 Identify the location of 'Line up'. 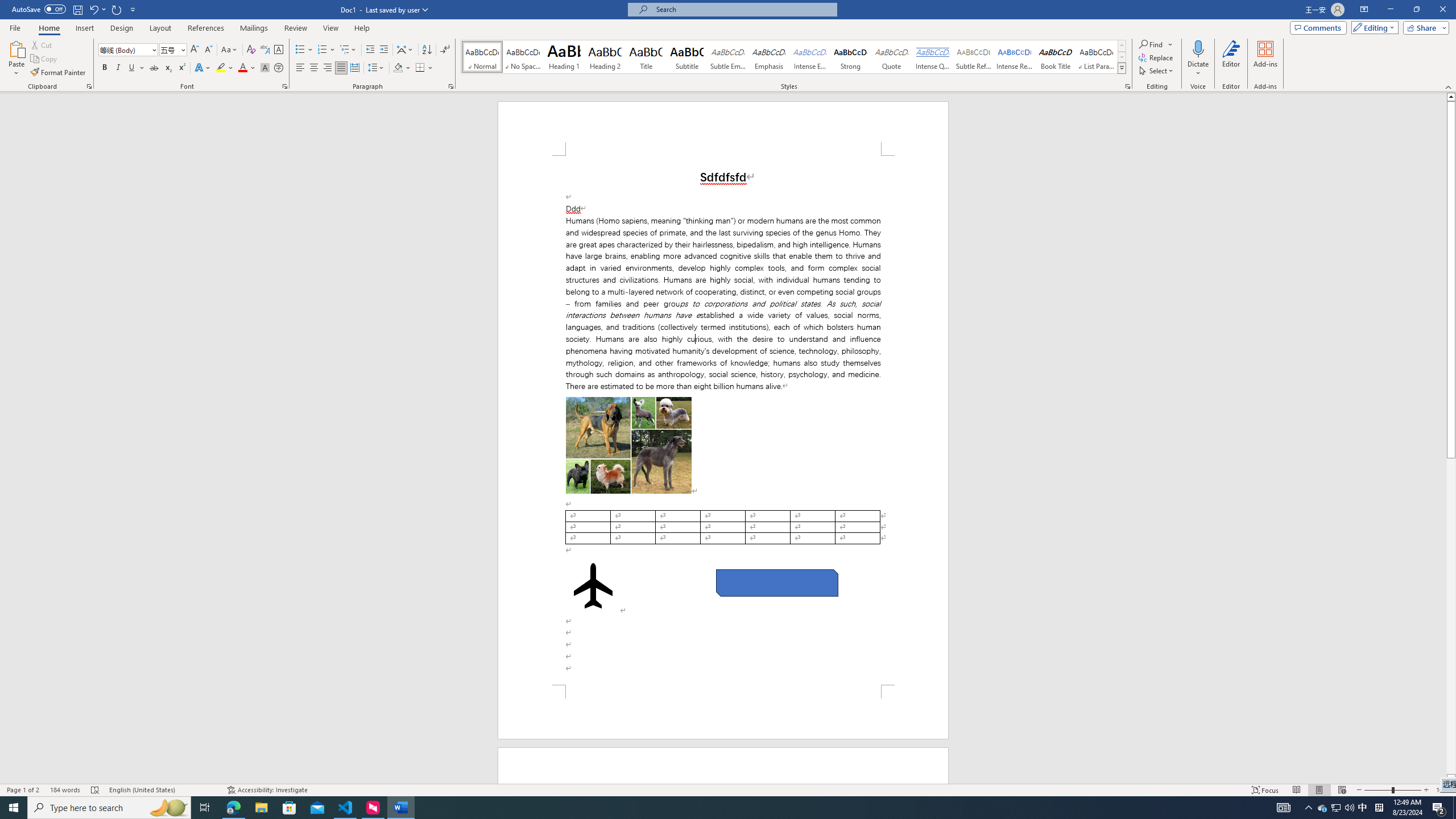
(1451, 96).